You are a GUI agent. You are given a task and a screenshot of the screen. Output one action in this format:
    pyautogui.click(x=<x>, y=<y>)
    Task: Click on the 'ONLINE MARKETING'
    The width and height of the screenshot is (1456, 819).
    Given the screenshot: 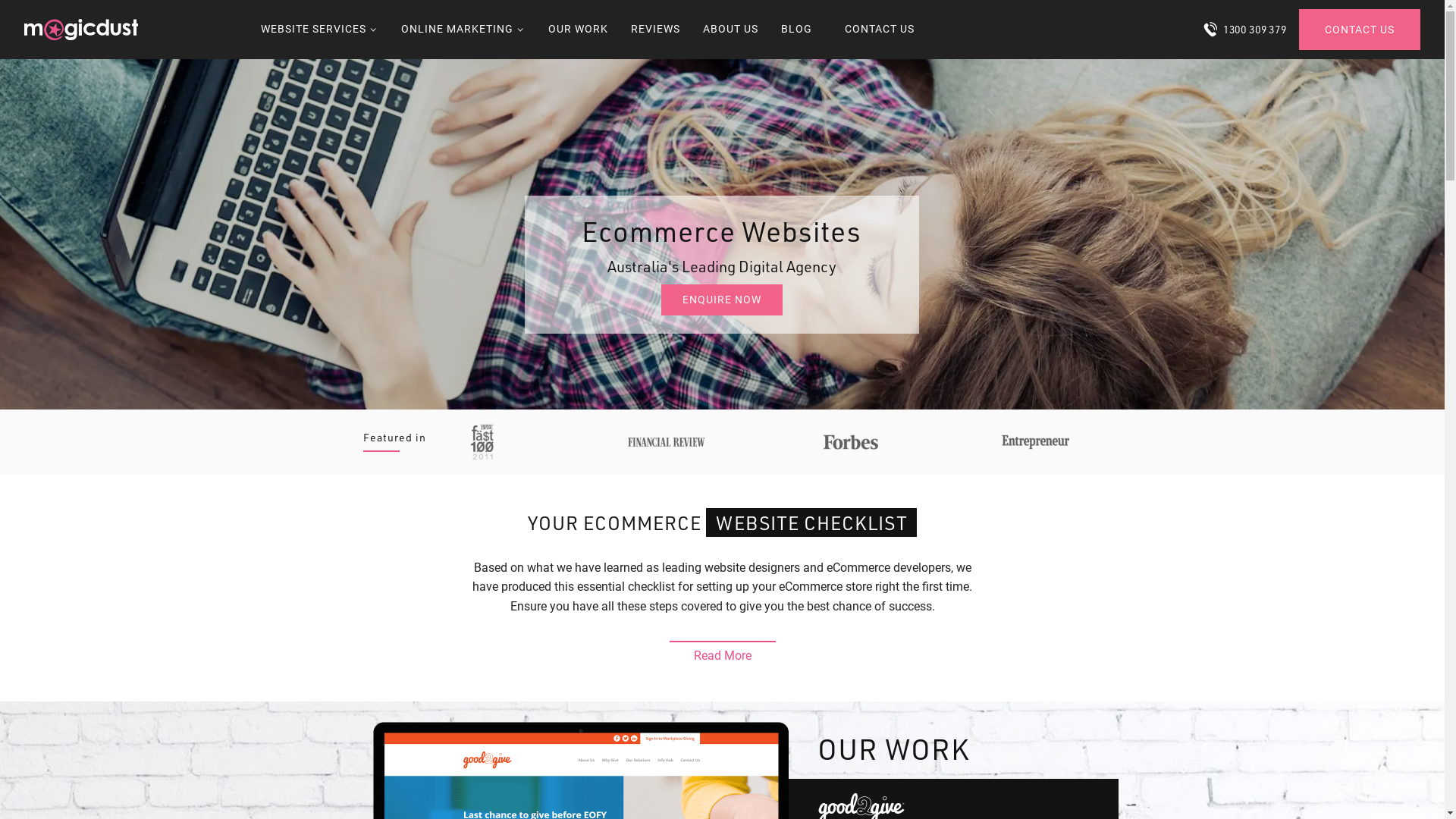 What is the action you would take?
    pyautogui.click(x=462, y=29)
    